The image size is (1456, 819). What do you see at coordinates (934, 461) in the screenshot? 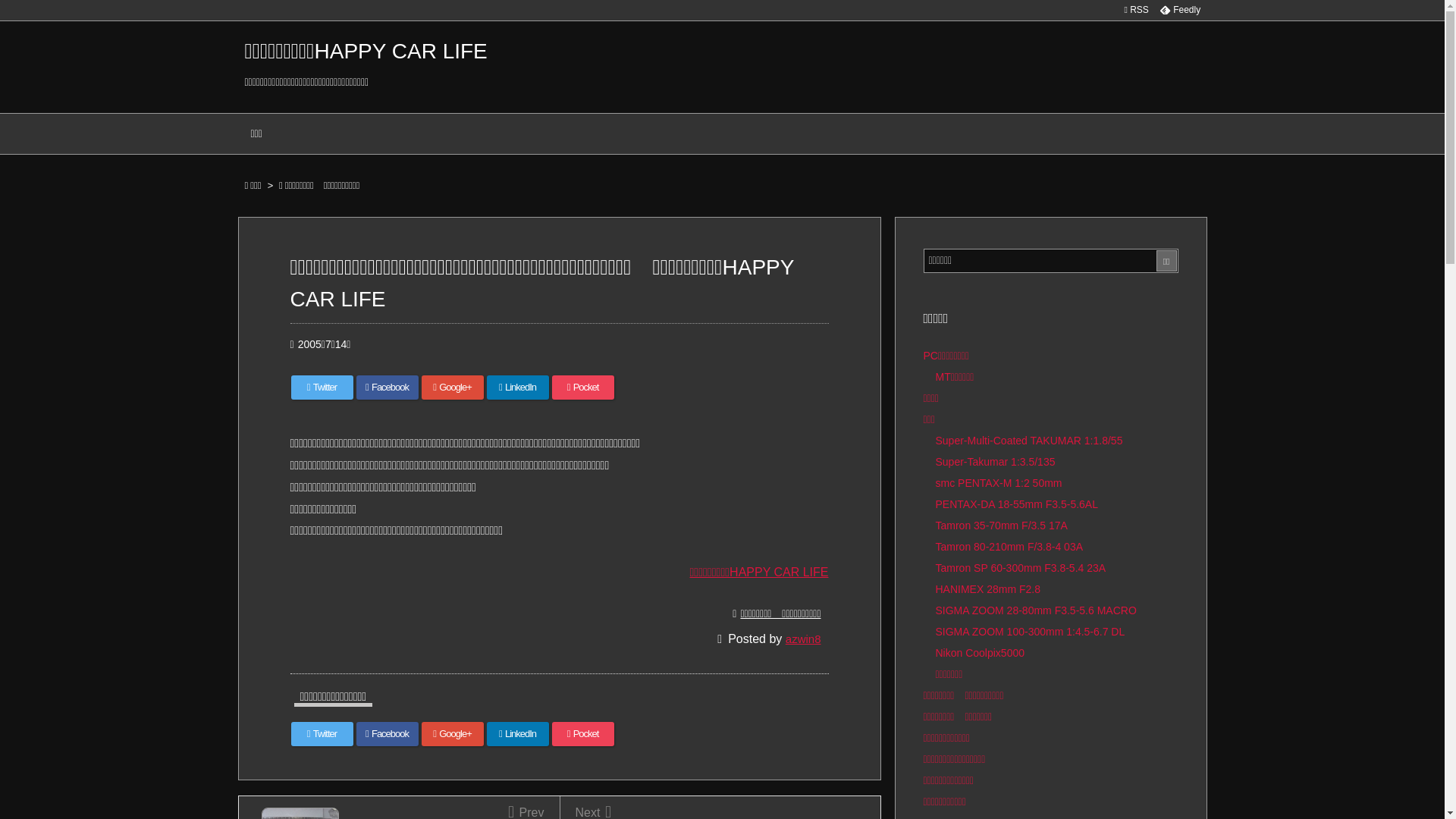
I see `'Super-Takumar 1:3.5/135'` at bounding box center [934, 461].